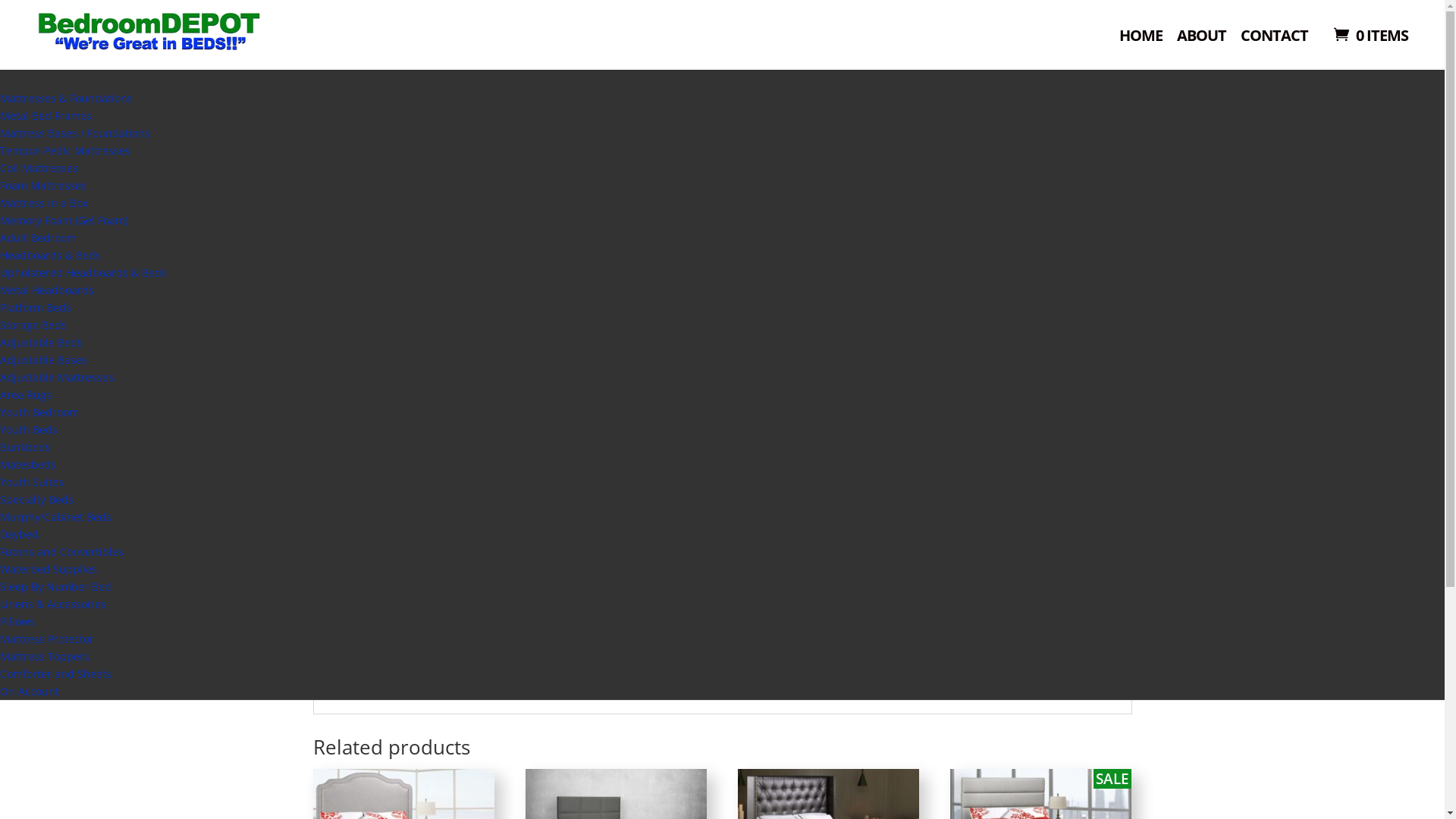  Describe the element at coordinates (29, 691) in the screenshot. I see `'On Account'` at that location.